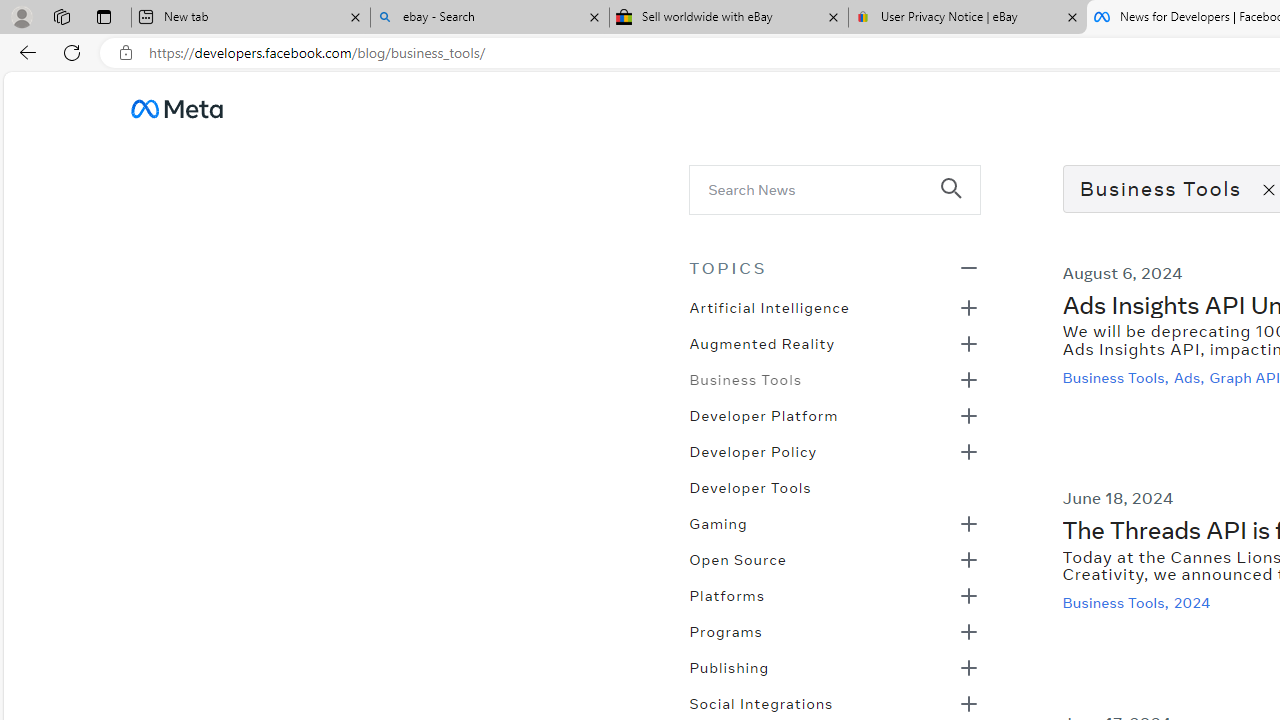 The image size is (1280, 720). Describe the element at coordinates (728, 17) in the screenshot. I see `'Sell worldwide with eBay'` at that location.